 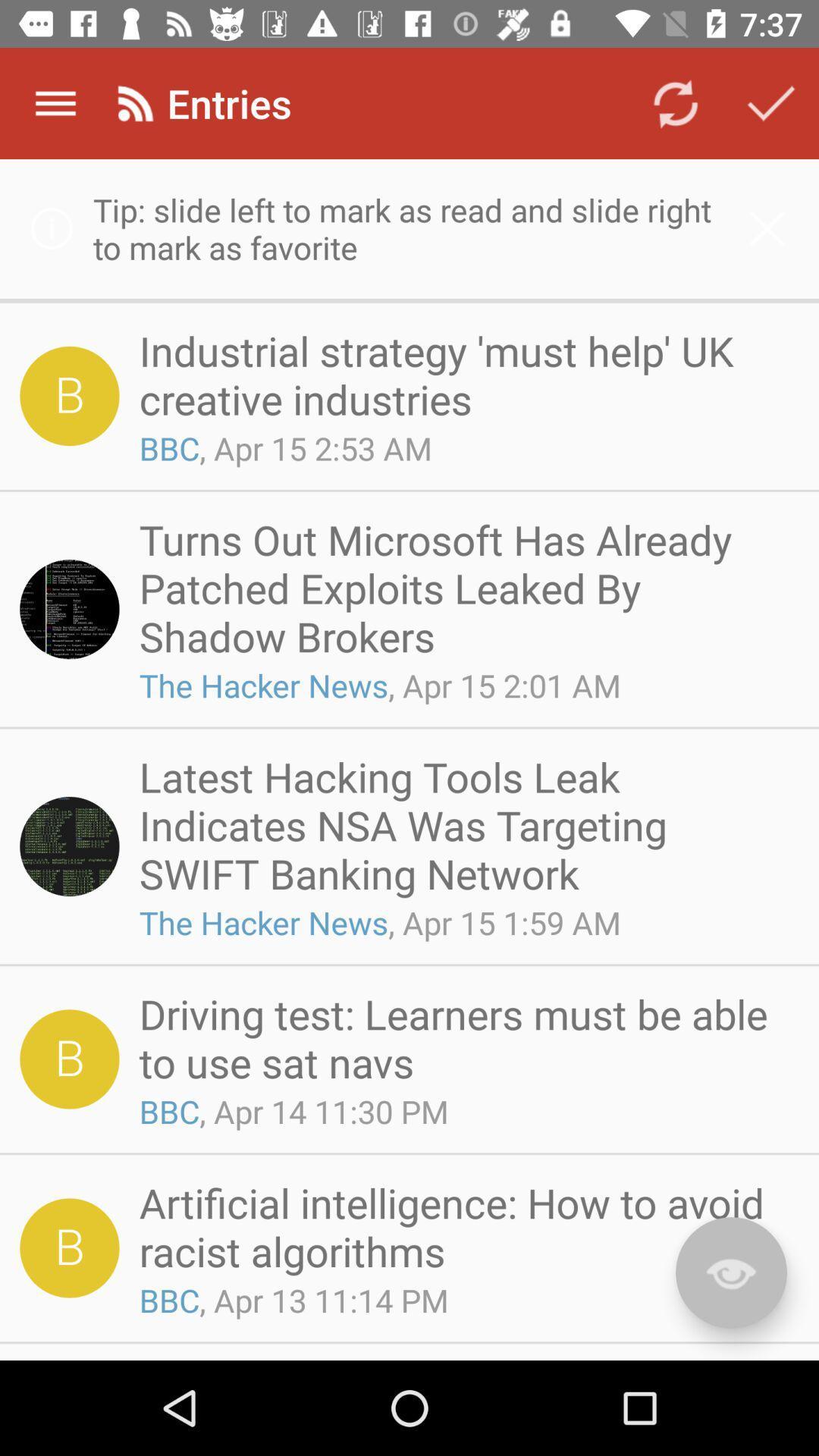 What do you see at coordinates (409, 227) in the screenshot?
I see `the tip slide left icon` at bounding box center [409, 227].